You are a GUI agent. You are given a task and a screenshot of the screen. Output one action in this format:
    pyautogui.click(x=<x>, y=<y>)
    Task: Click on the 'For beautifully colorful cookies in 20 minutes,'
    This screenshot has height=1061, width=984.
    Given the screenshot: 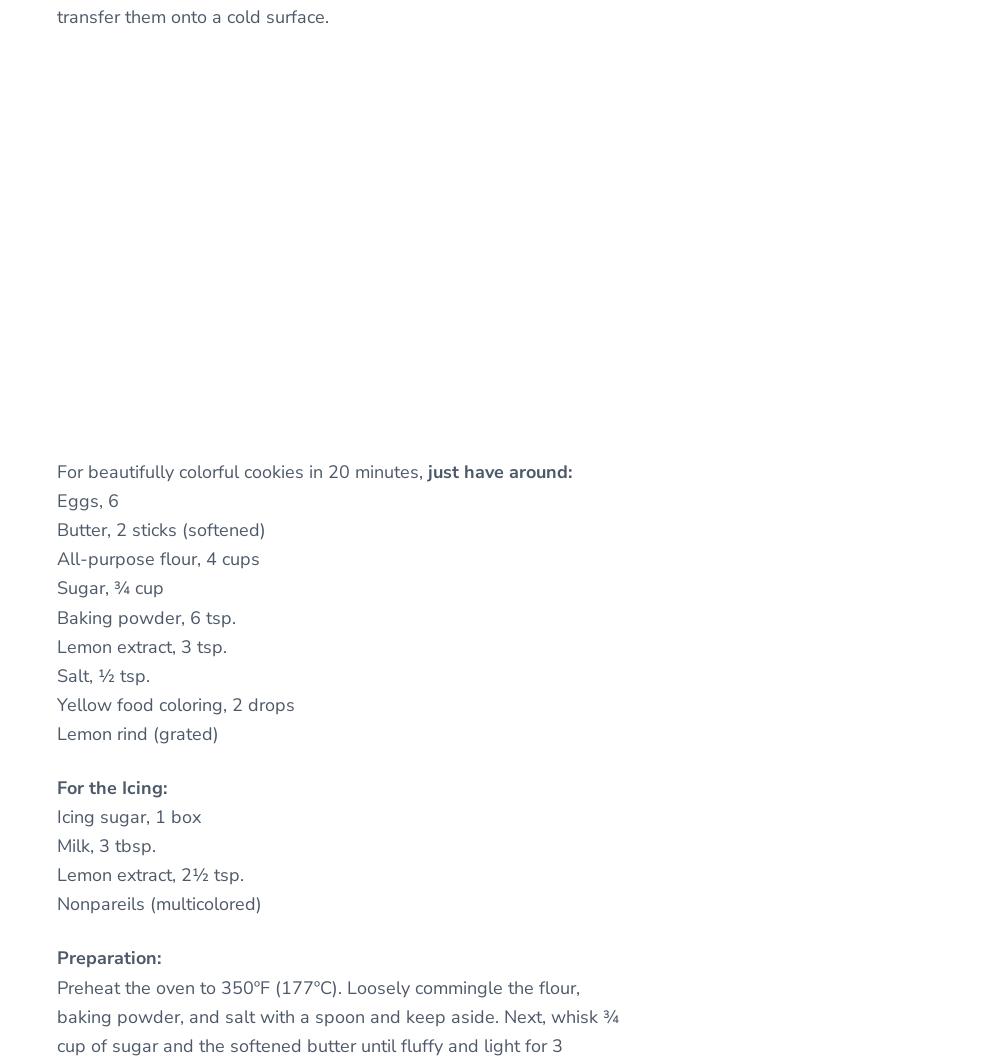 What is the action you would take?
    pyautogui.click(x=242, y=472)
    